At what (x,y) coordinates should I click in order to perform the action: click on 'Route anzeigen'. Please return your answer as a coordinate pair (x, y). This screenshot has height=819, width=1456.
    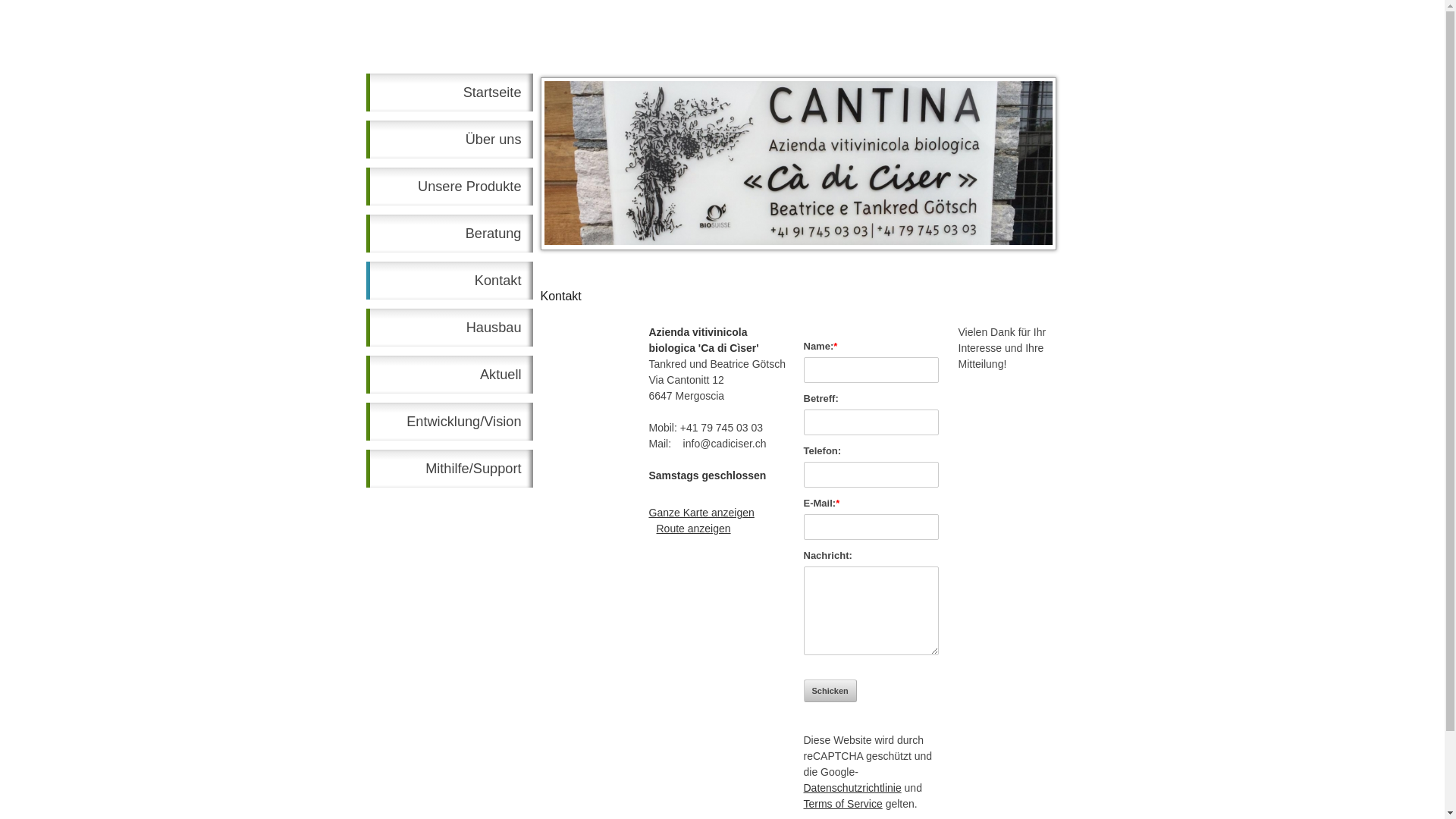
    Looking at the image, I should click on (693, 528).